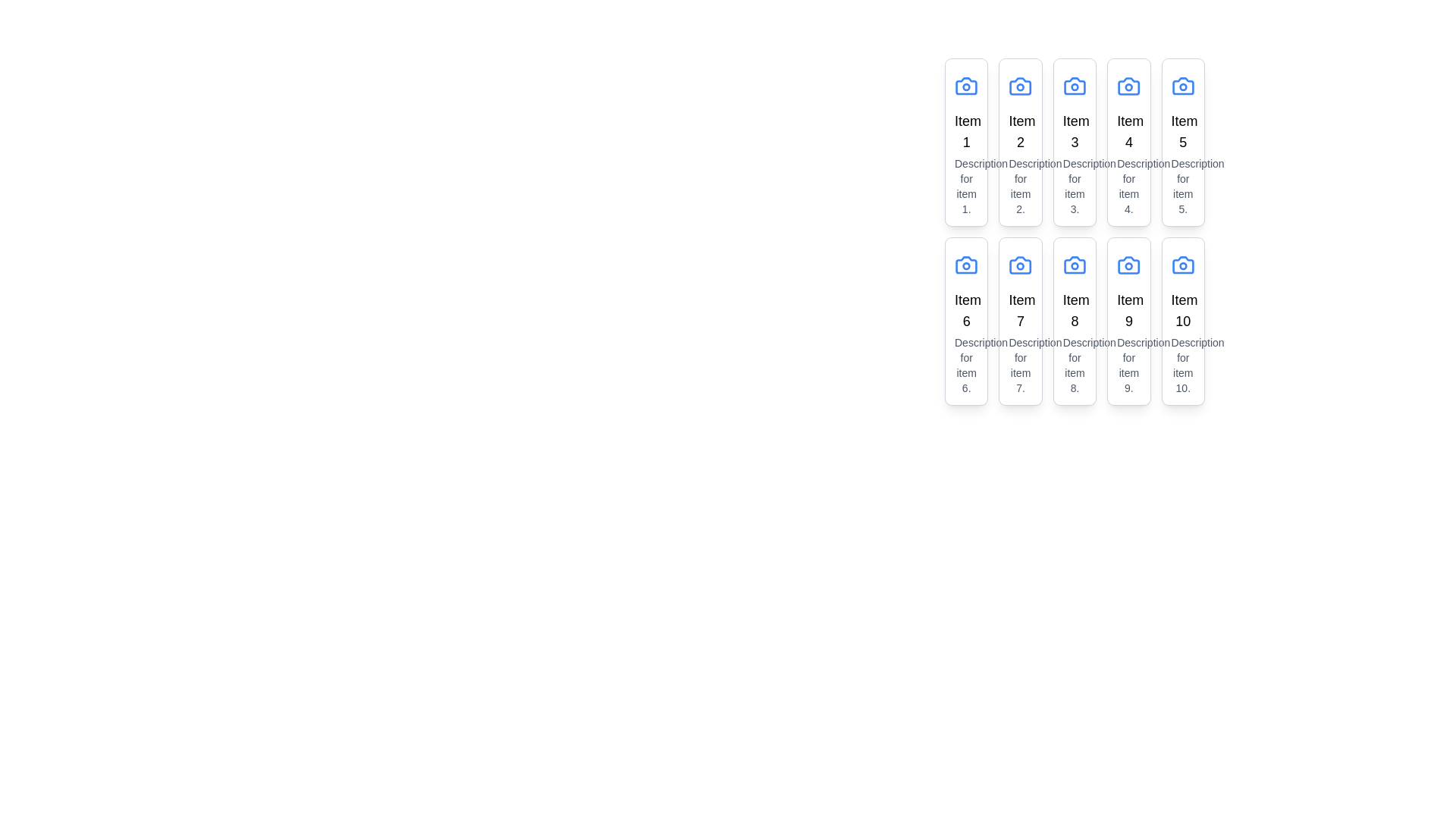 This screenshot has height=819, width=1456. Describe the element at coordinates (1182, 130) in the screenshot. I see `the textual label that reads 'Item 5', which is styled with a medium-weight font and is centrally located within its card-like structure` at that location.